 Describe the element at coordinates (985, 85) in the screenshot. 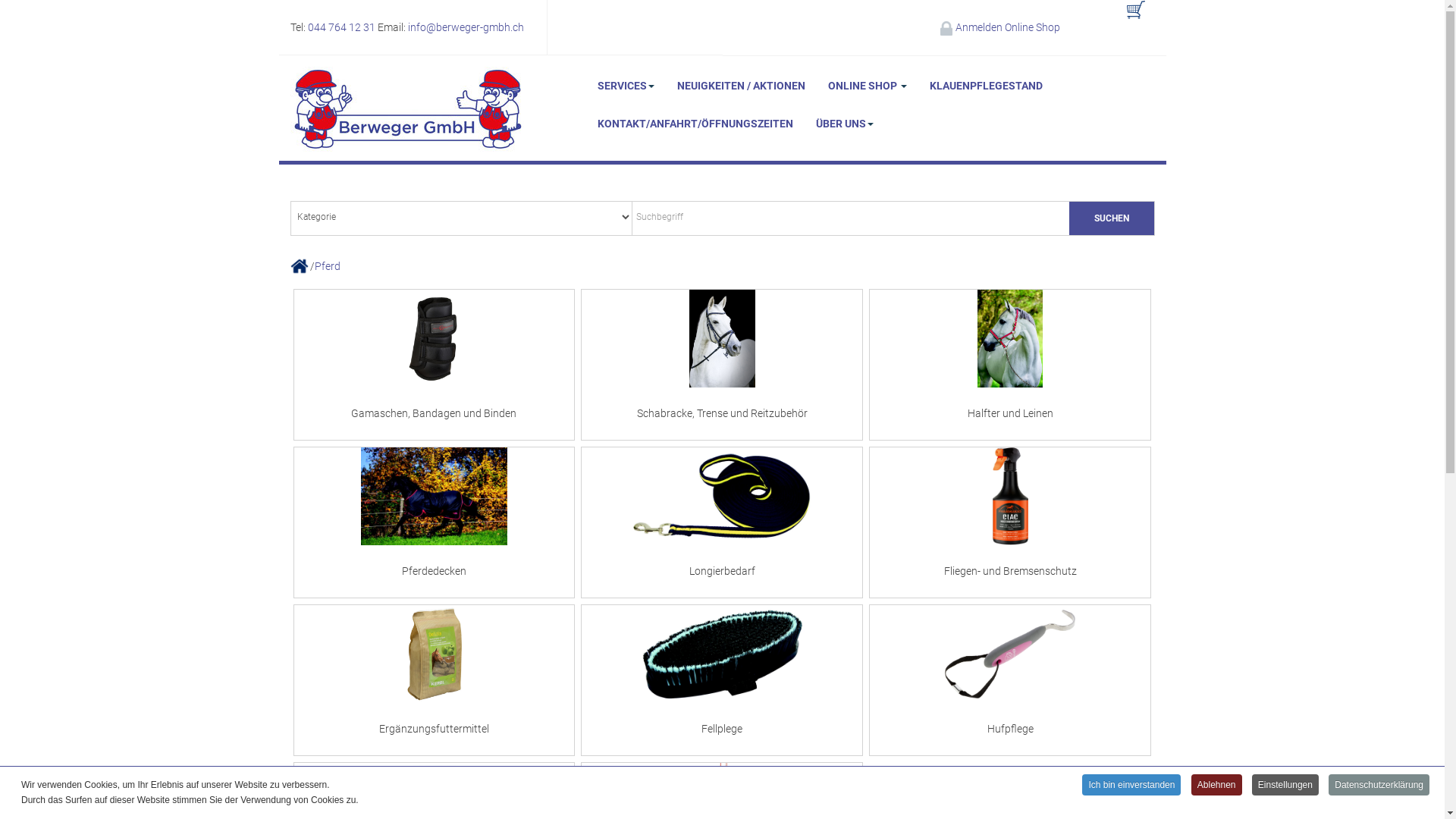

I see `'KLAUENPFLEGESTAND'` at that location.